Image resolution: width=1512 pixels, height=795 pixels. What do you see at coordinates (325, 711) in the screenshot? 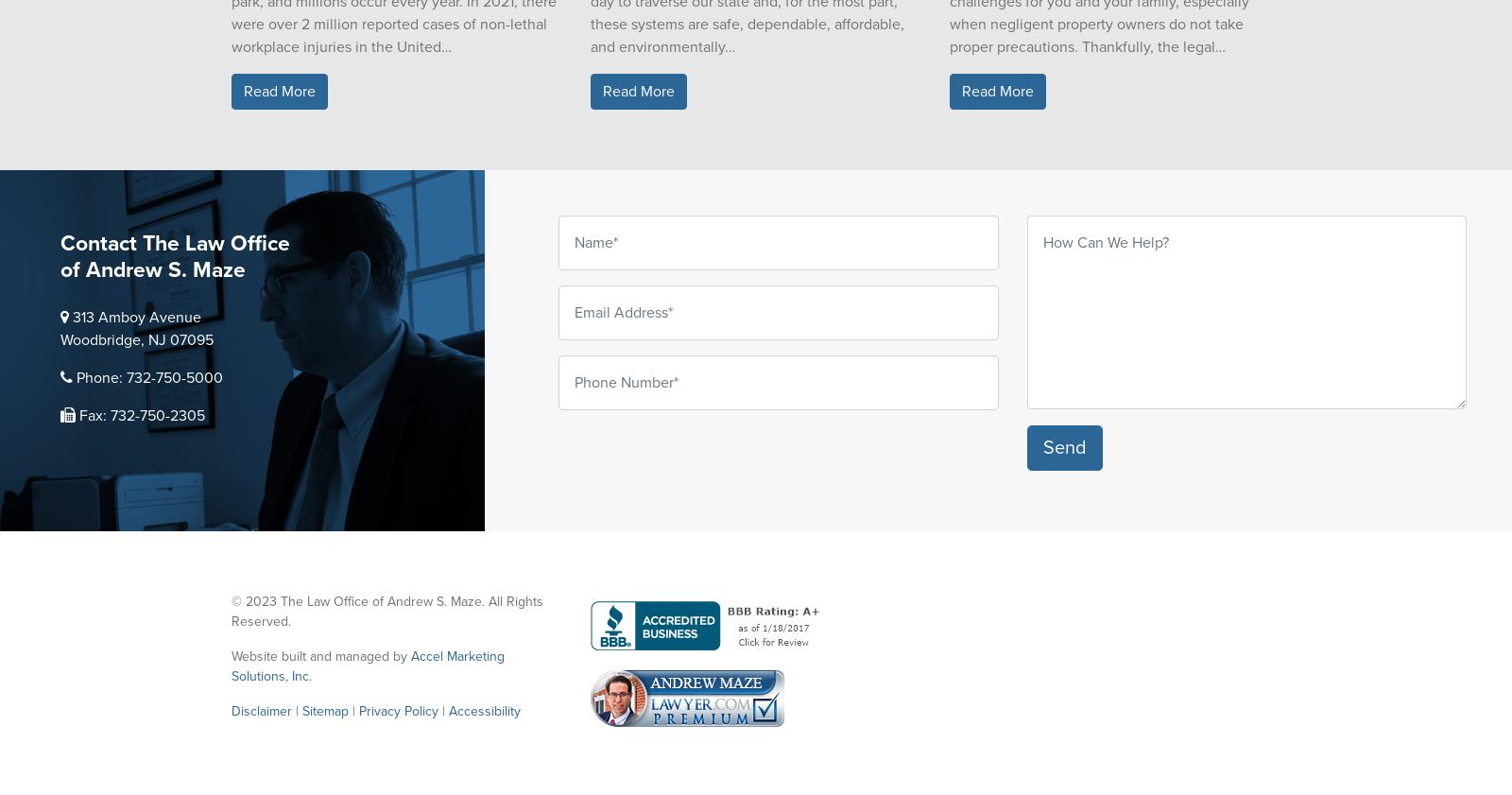
I see `'Sitemap'` at bounding box center [325, 711].